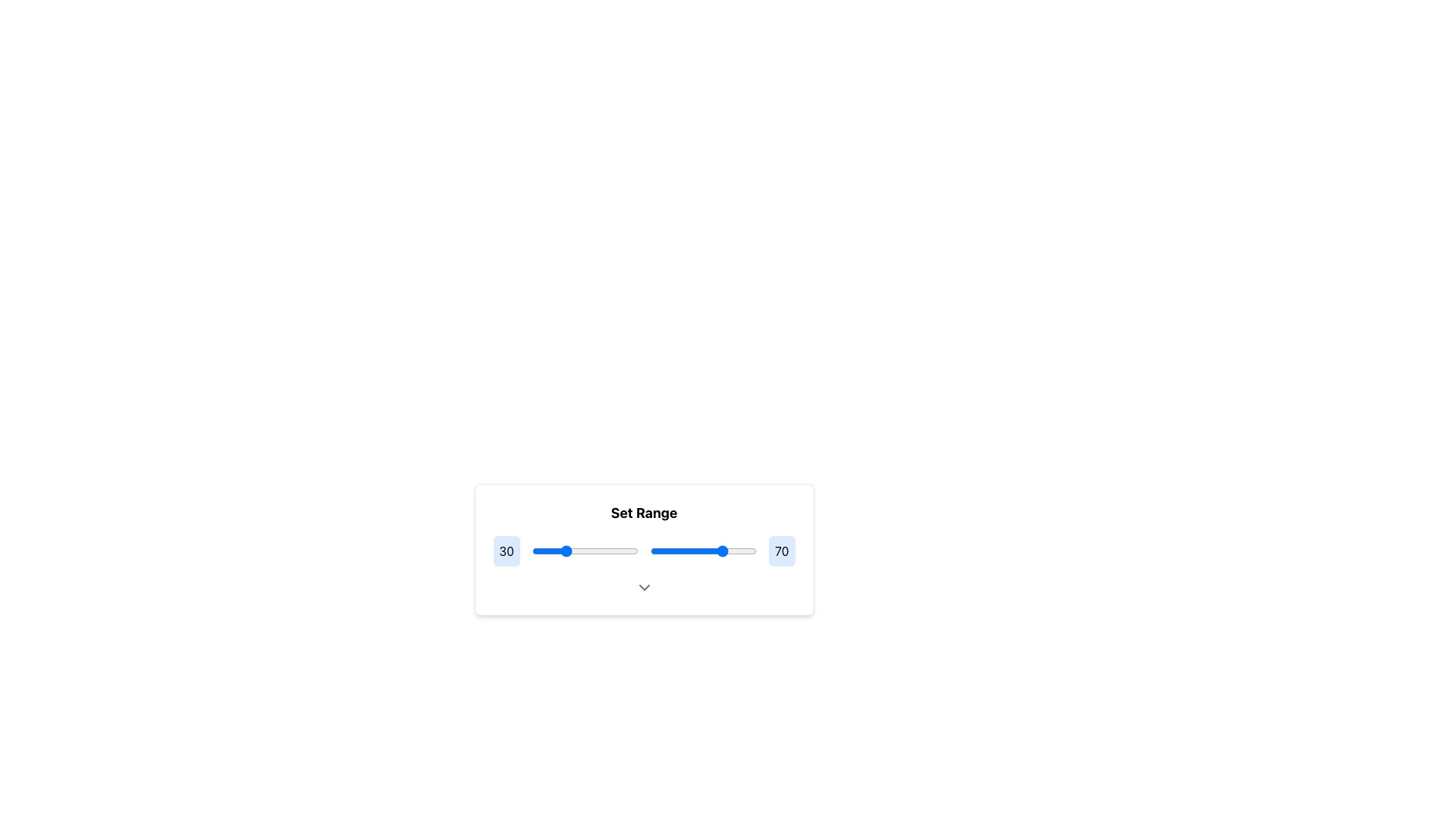 The image size is (1456, 819). What do you see at coordinates (726, 551) in the screenshot?
I see `the slider value` at bounding box center [726, 551].